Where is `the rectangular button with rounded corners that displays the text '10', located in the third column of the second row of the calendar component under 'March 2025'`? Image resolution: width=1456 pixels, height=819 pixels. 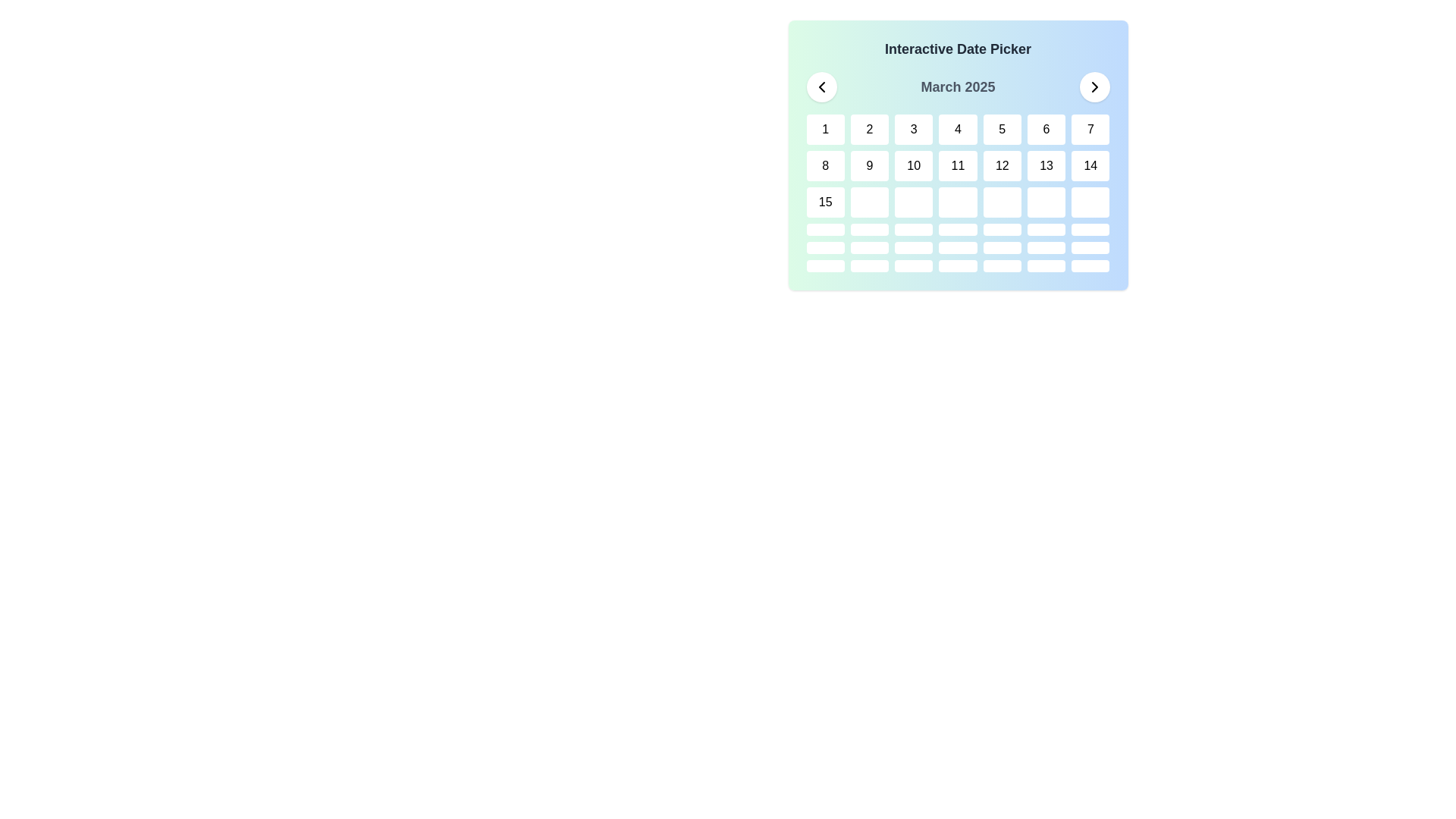 the rectangular button with rounded corners that displays the text '10', located in the third column of the second row of the calendar component under 'March 2025' is located at coordinates (913, 166).